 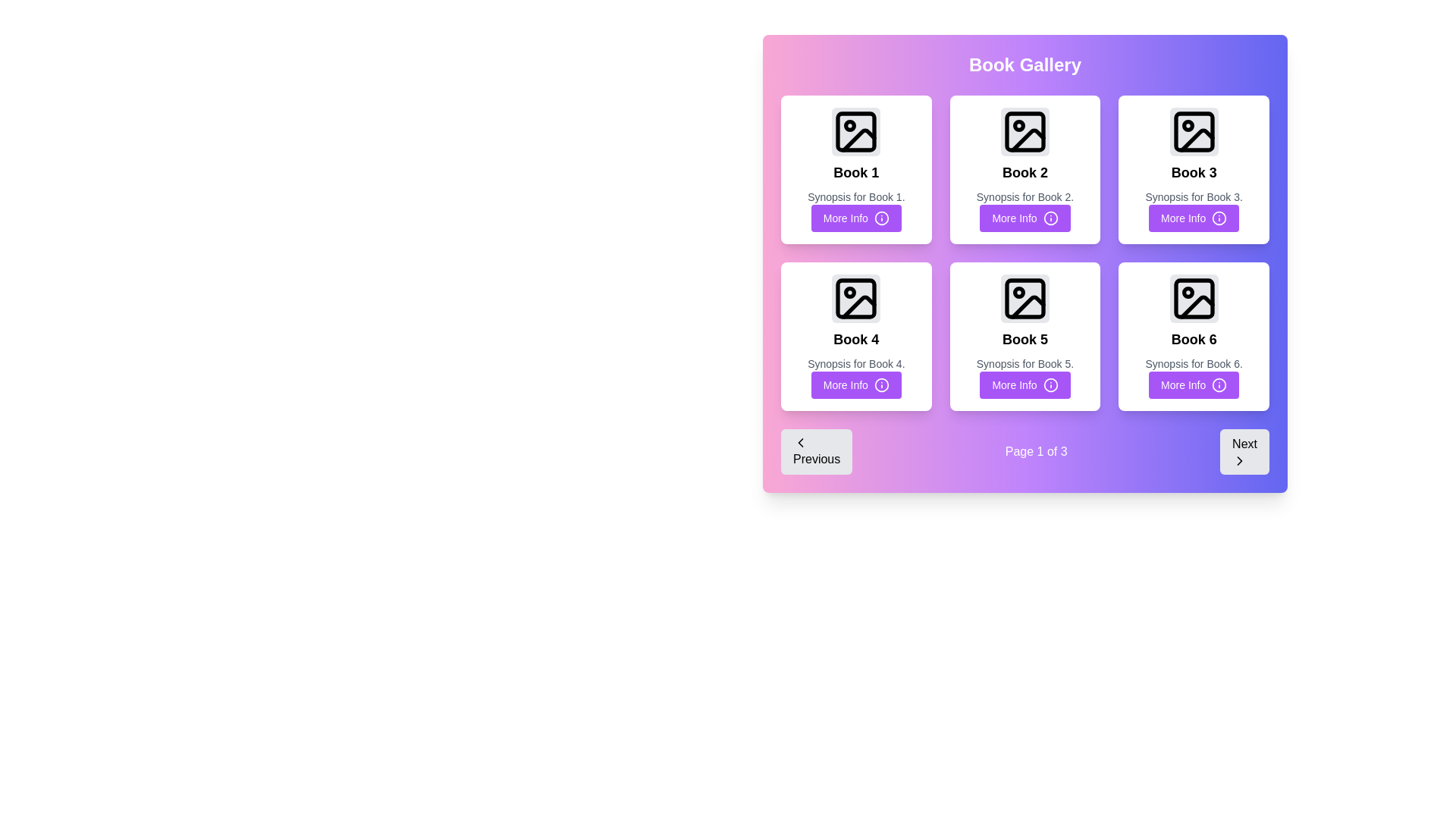 I want to click on the Decorative graphic part of the circular icon within the 'More Info' button of the 'Book 5' card in the 'Book Gallery' section, so click(x=881, y=218).